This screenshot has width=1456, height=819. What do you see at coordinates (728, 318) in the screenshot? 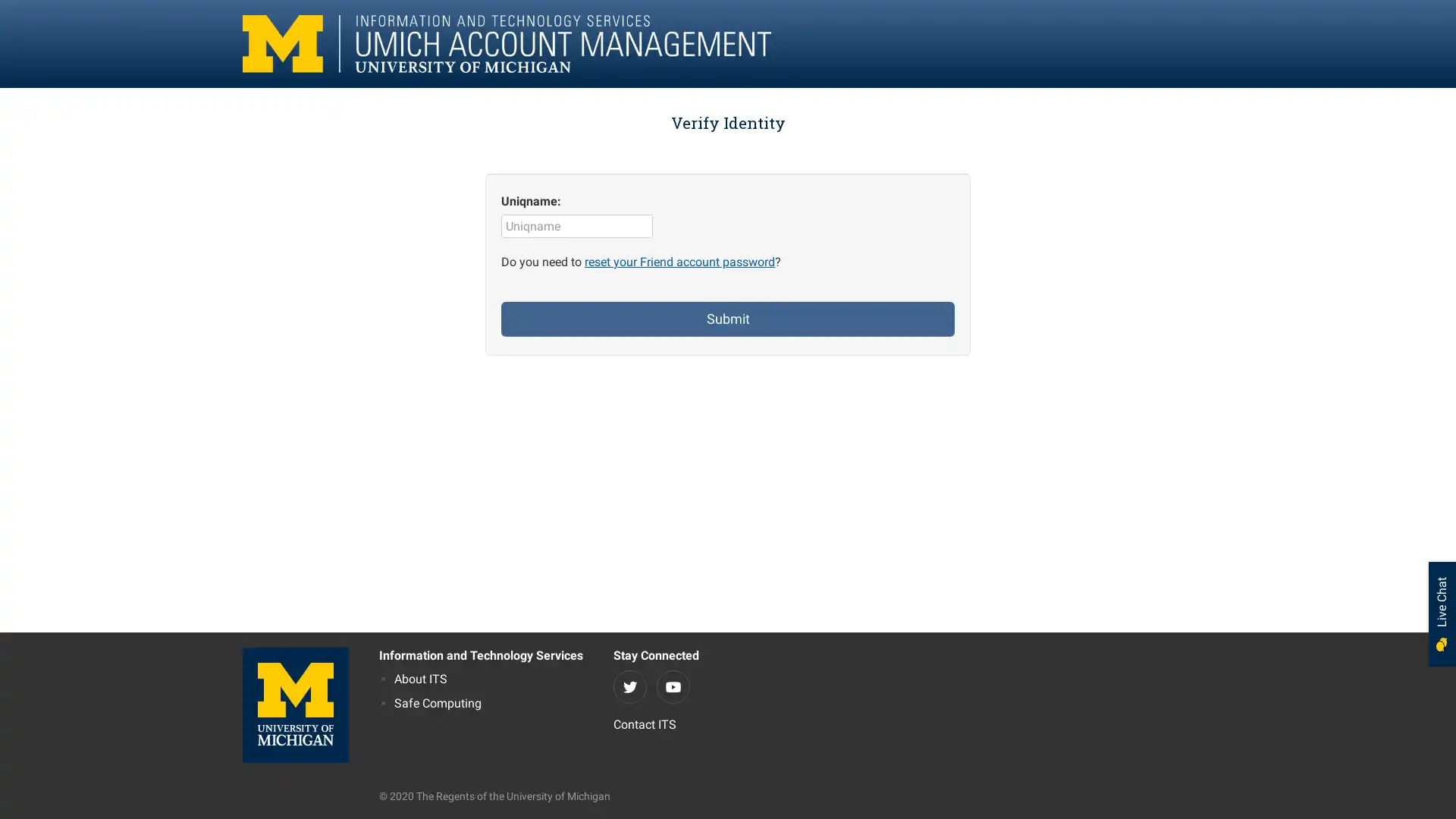
I see `Submit` at bounding box center [728, 318].